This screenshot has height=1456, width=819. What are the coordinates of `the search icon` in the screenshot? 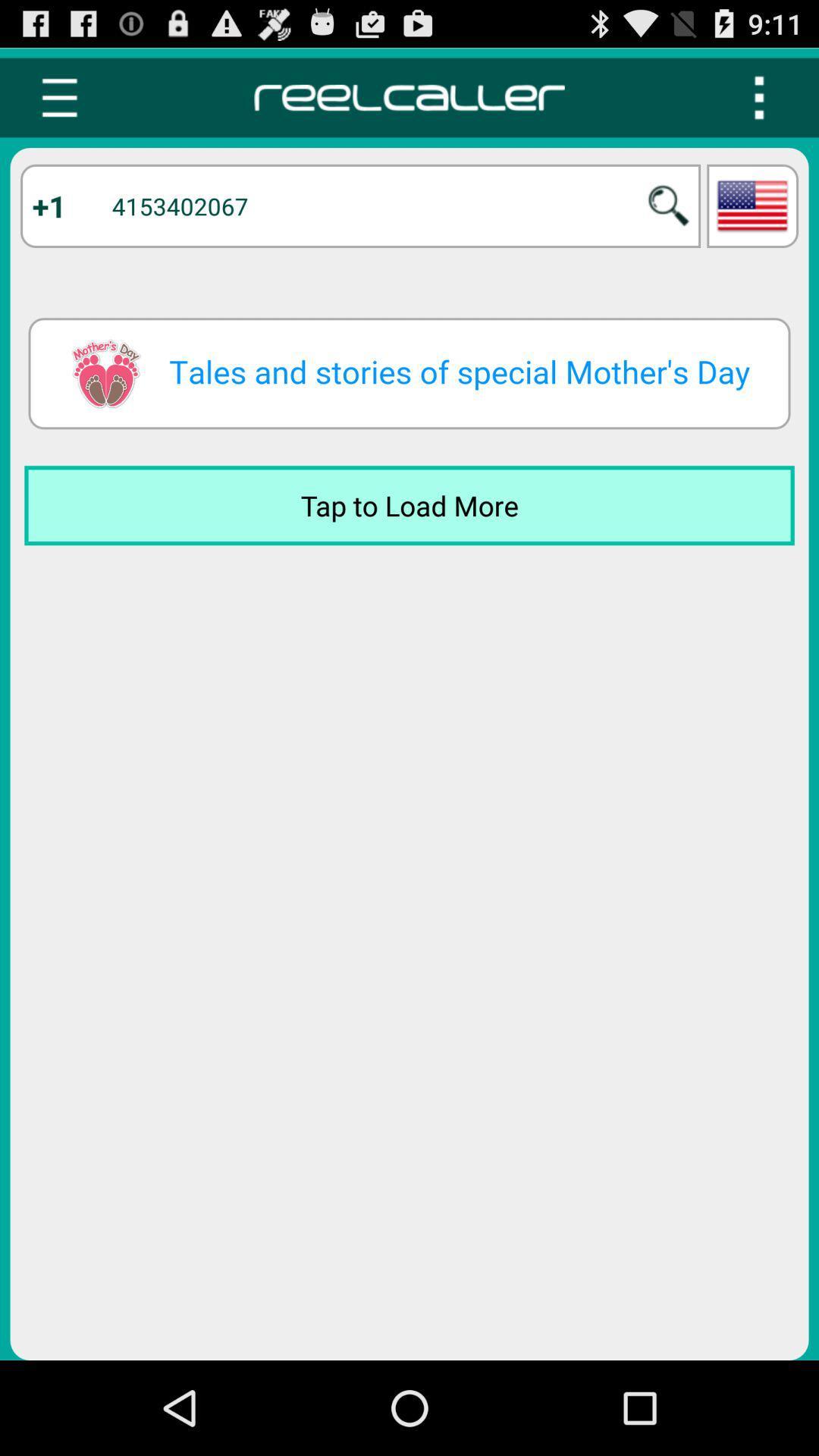 It's located at (668, 219).